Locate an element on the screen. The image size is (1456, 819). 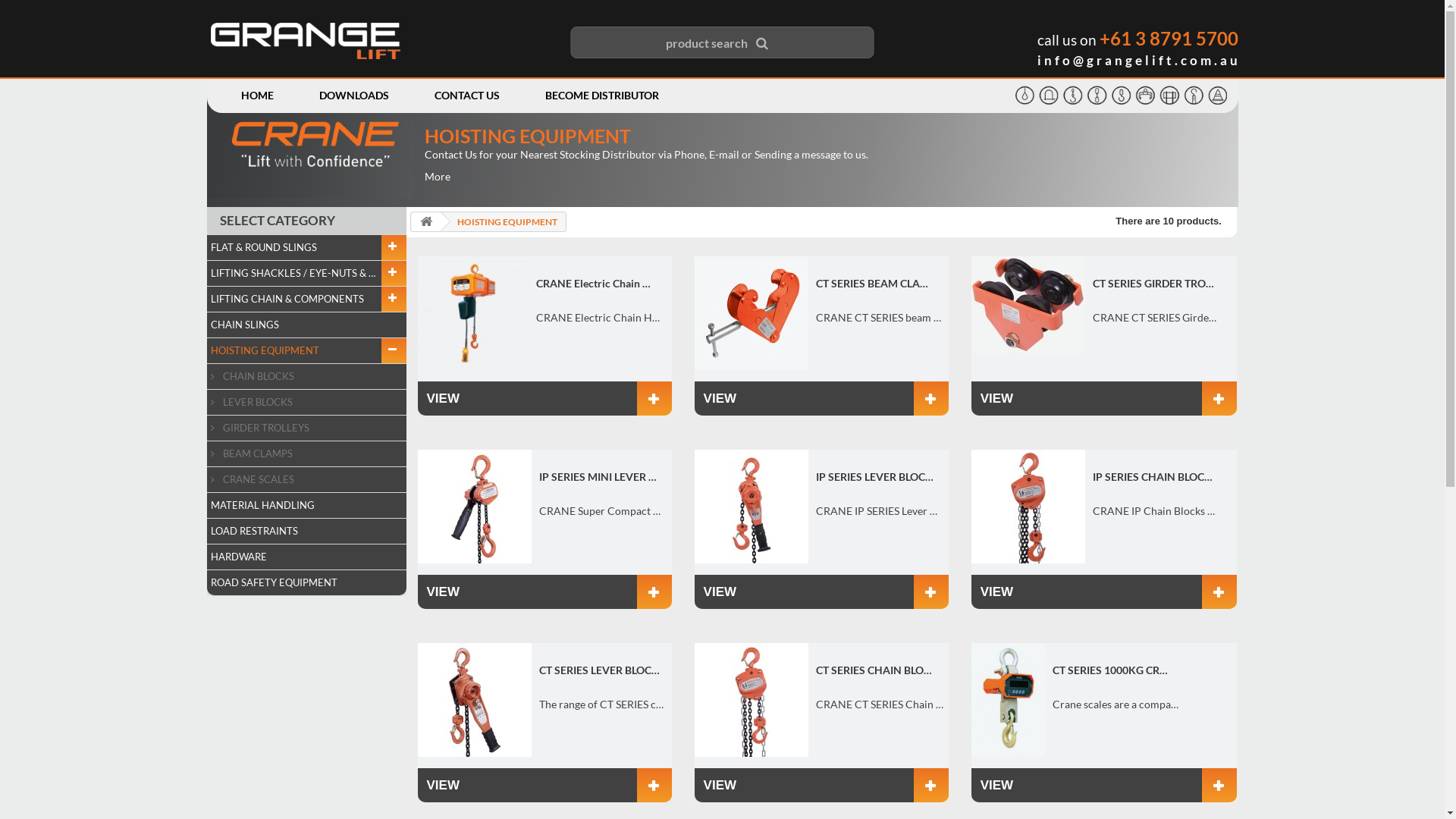
'LOAD RESTRAINTS' is located at coordinates (305, 531).